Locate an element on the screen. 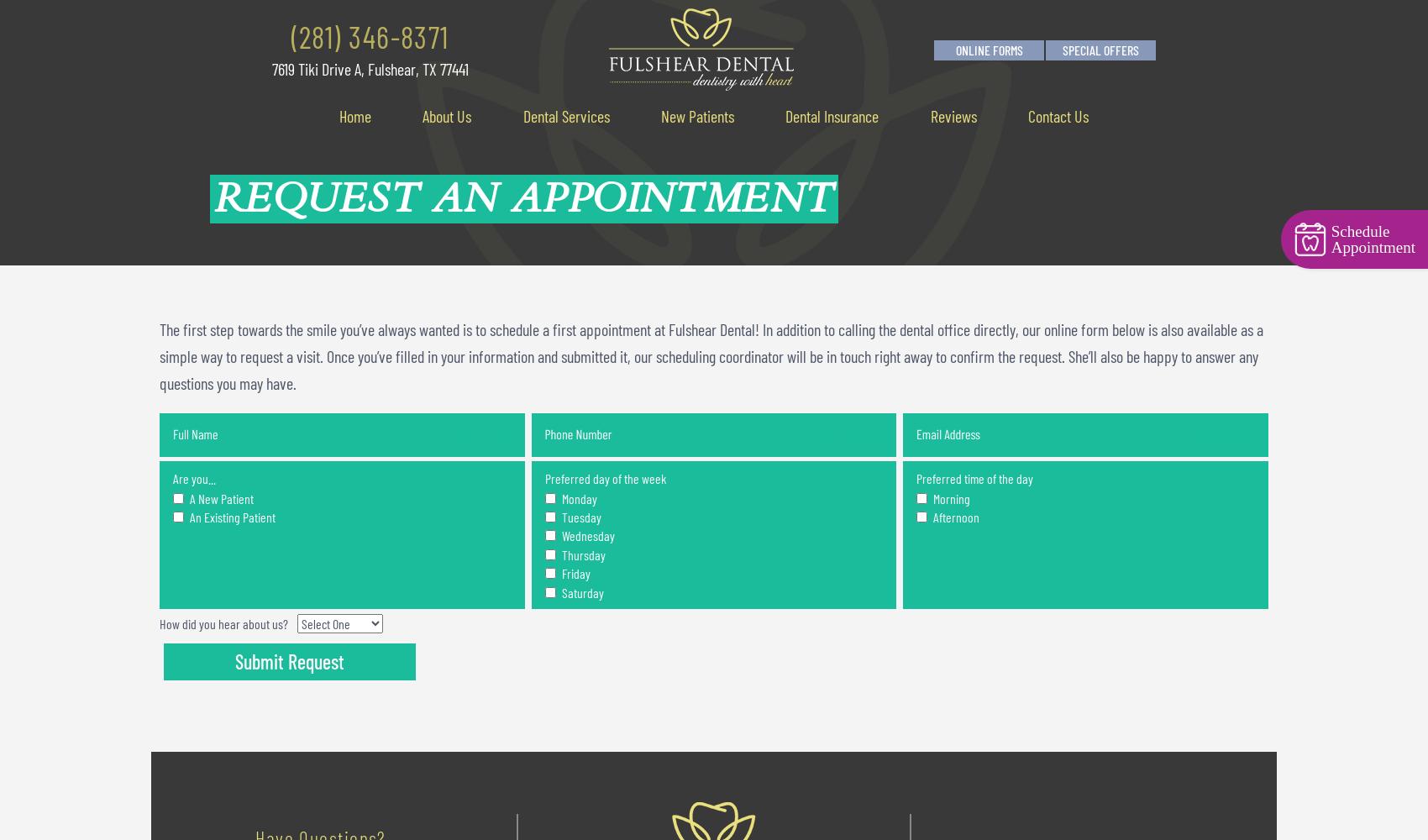  'Friday' is located at coordinates (574, 573).